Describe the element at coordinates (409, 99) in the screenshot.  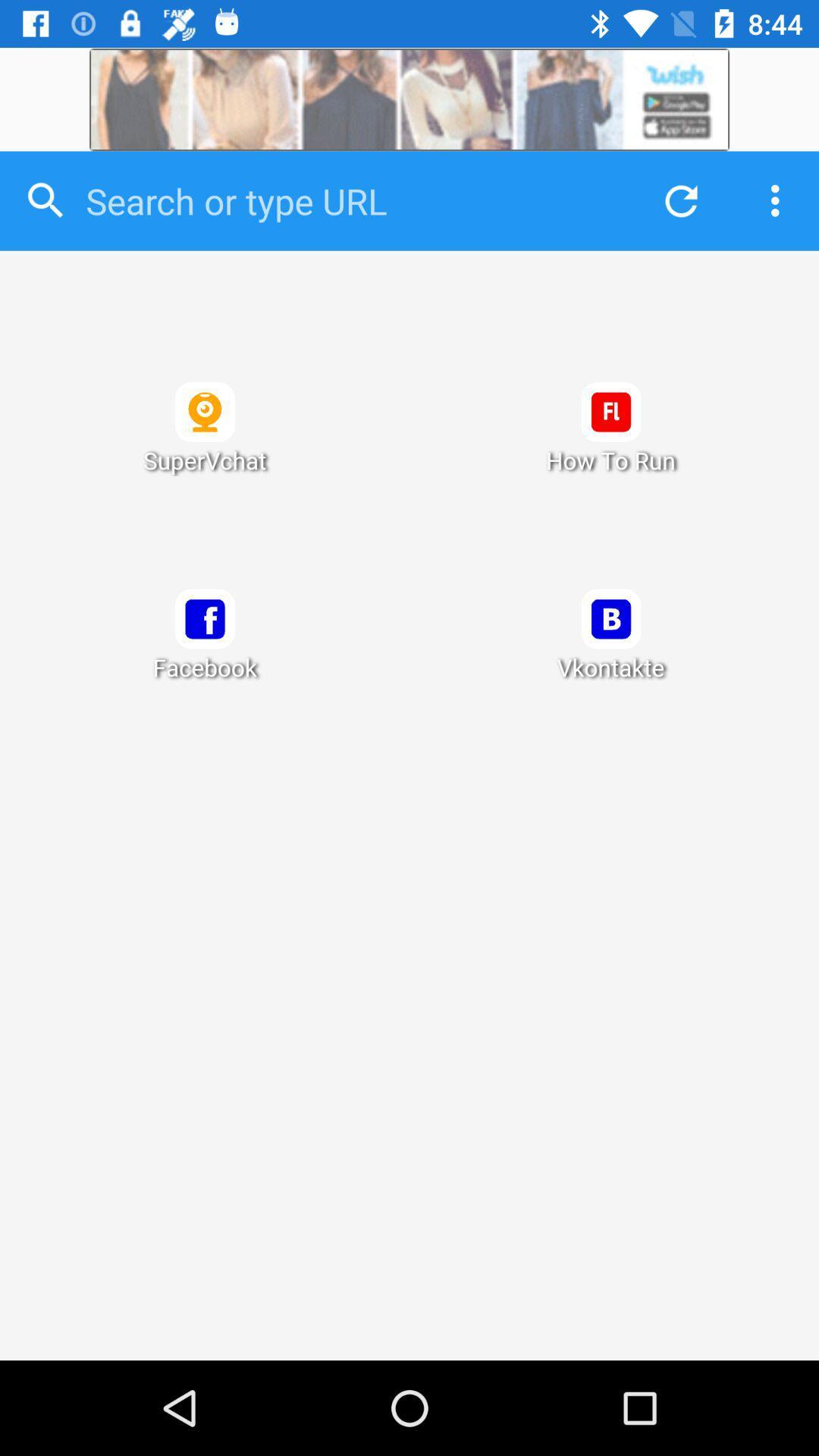
I see `advertisement` at that location.